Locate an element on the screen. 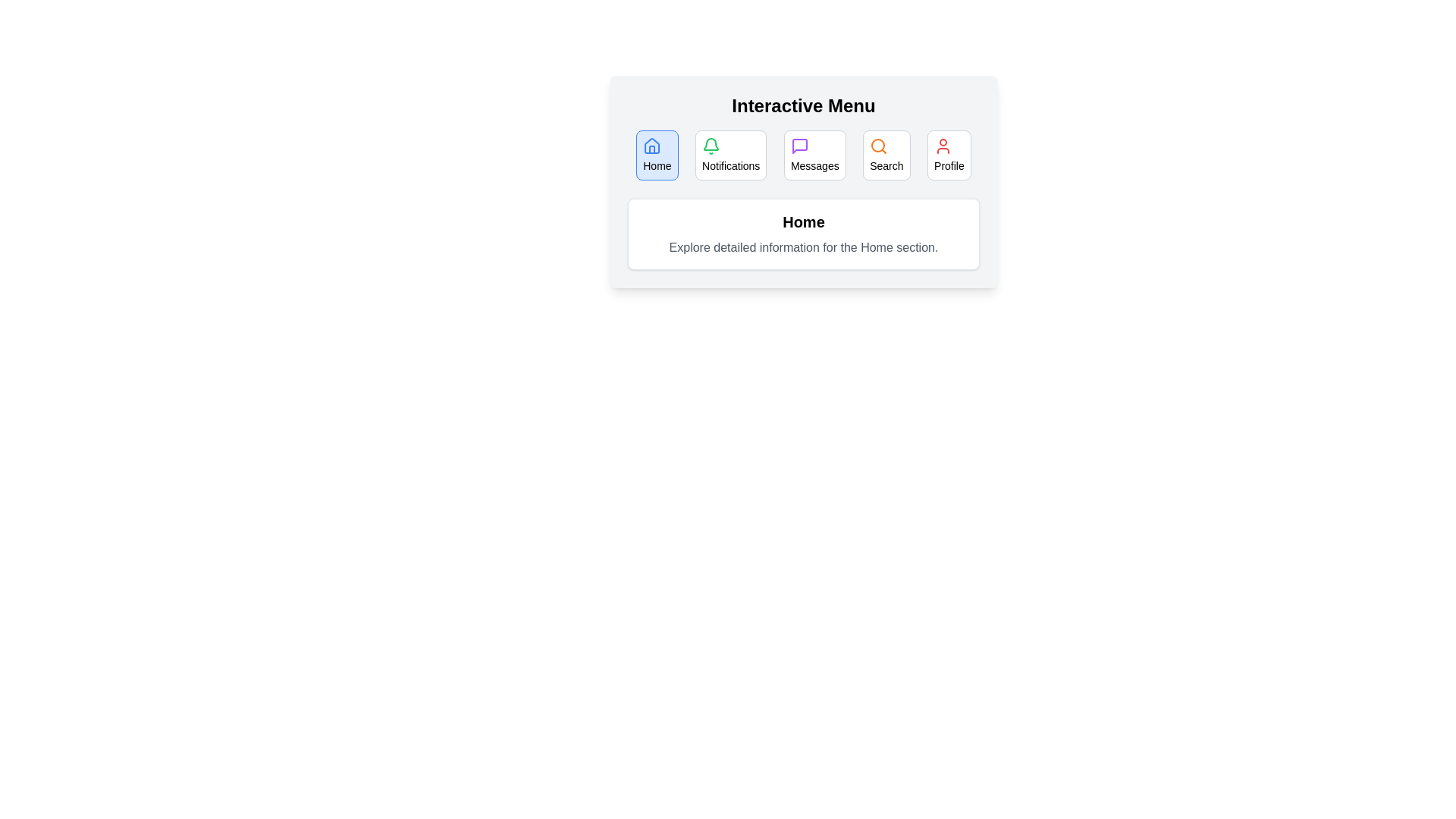 This screenshot has height=819, width=1456. the 'Home' button with a blue house icon and light blue background is located at coordinates (657, 155).